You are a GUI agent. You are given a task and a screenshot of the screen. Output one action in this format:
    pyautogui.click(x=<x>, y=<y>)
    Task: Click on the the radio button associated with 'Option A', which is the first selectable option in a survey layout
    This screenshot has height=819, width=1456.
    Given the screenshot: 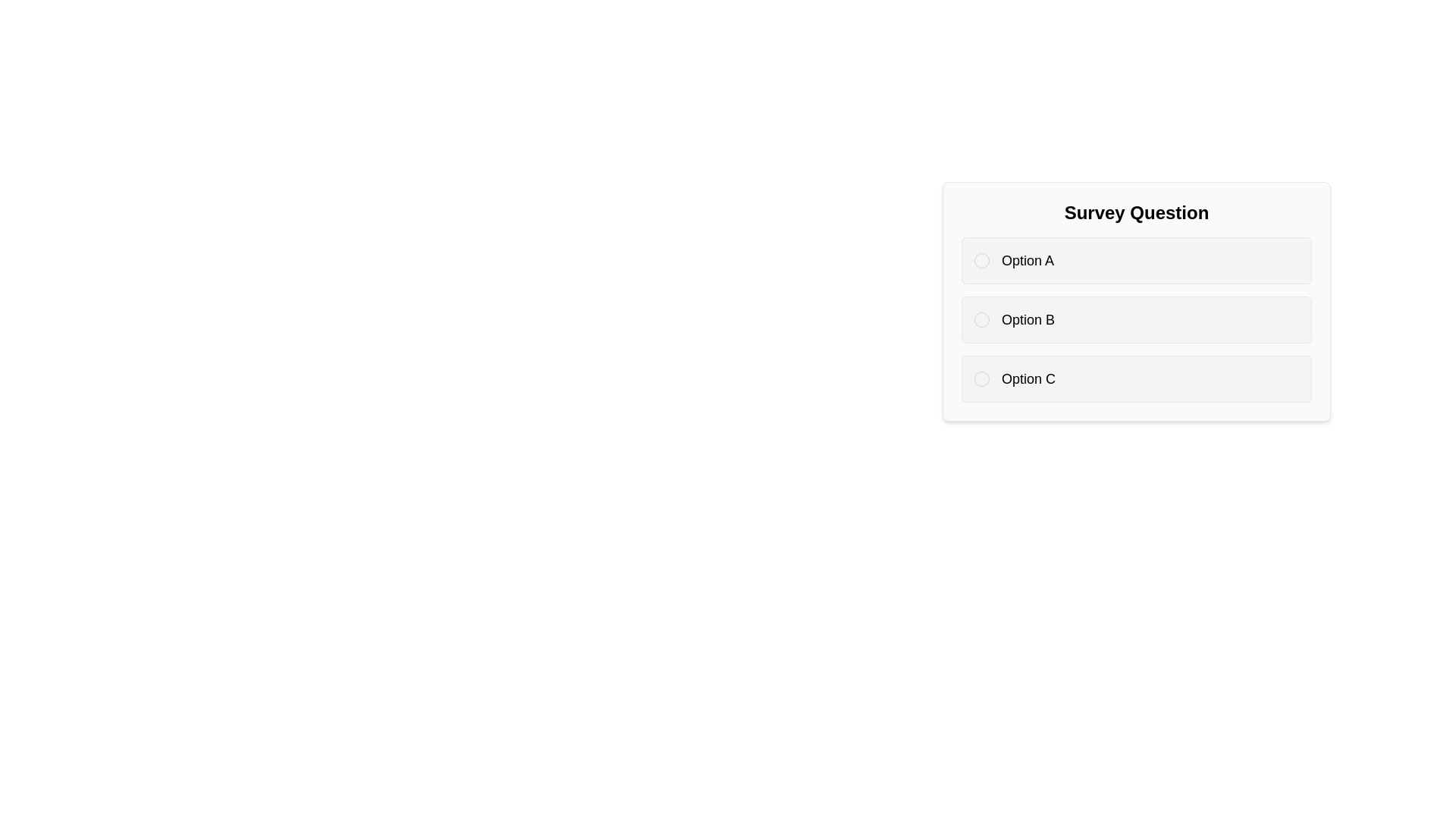 What is the action you would take?
    pyautogui.click(x=1136, y=259)
    